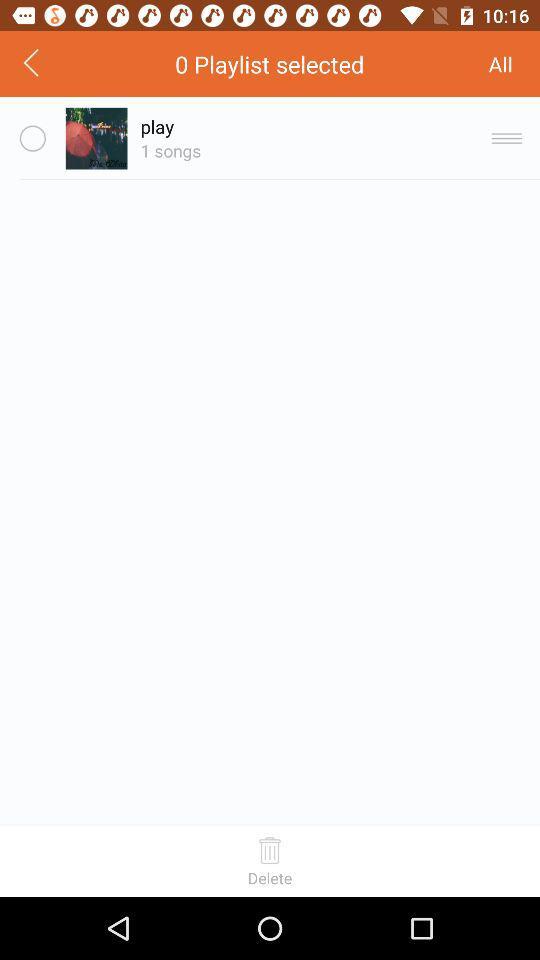  I want to click on the notifications icon, so click(521, 68).